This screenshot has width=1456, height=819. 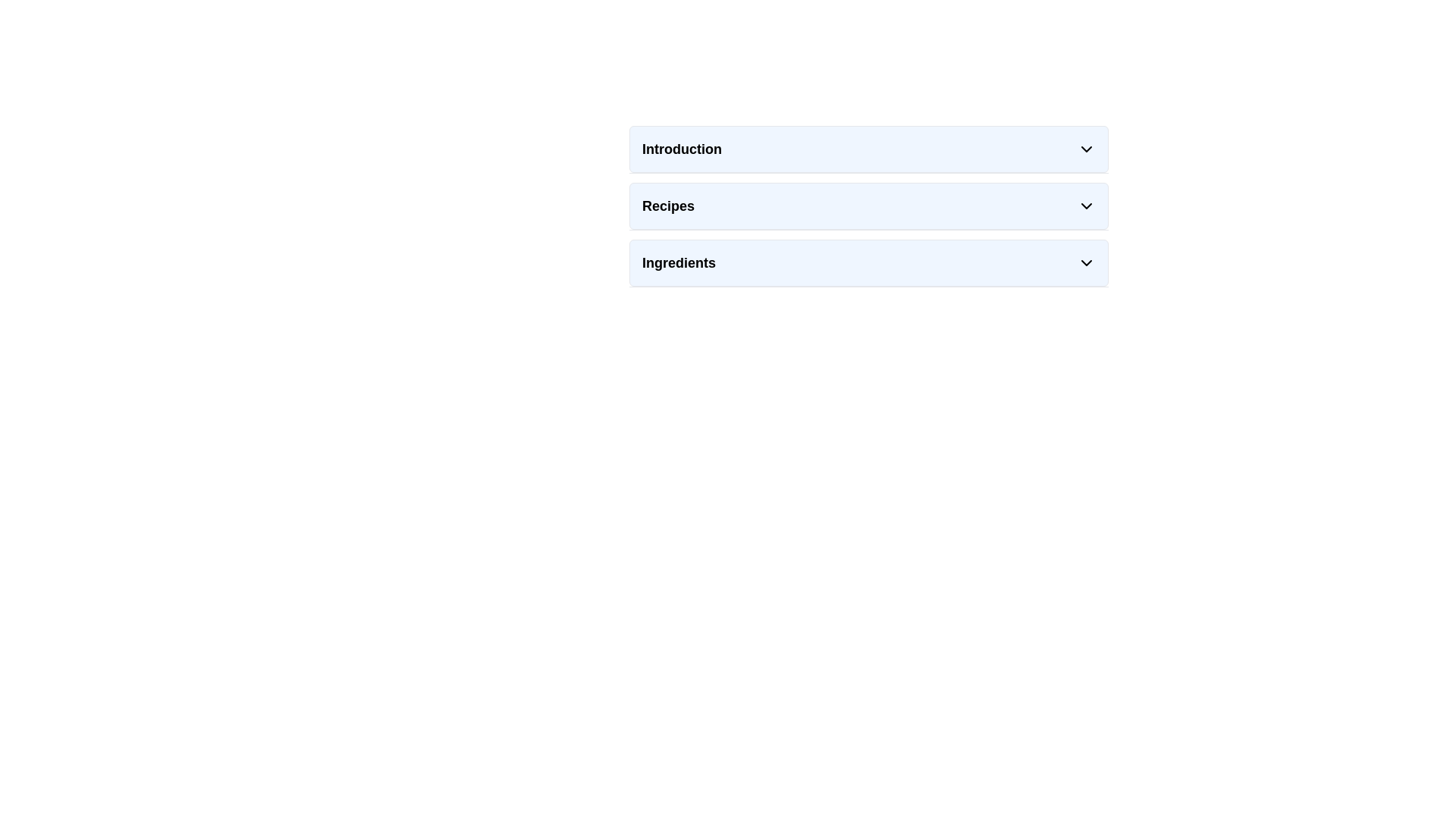 I want to click on the light blue dropdown button labeled 'Recipes', so click(x=869, y=206).